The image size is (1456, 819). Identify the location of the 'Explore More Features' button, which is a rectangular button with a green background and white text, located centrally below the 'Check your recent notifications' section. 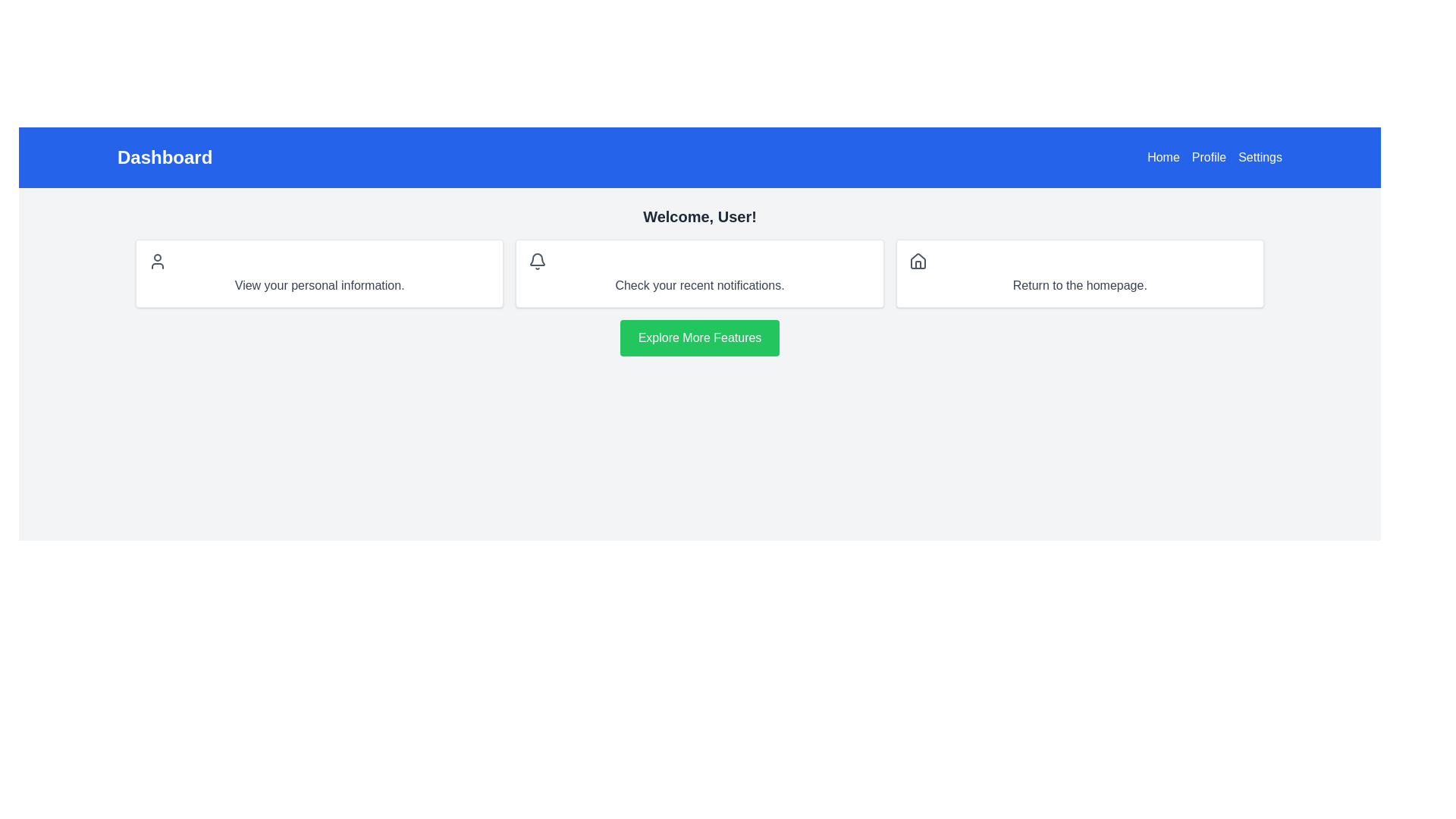
(698, 337).